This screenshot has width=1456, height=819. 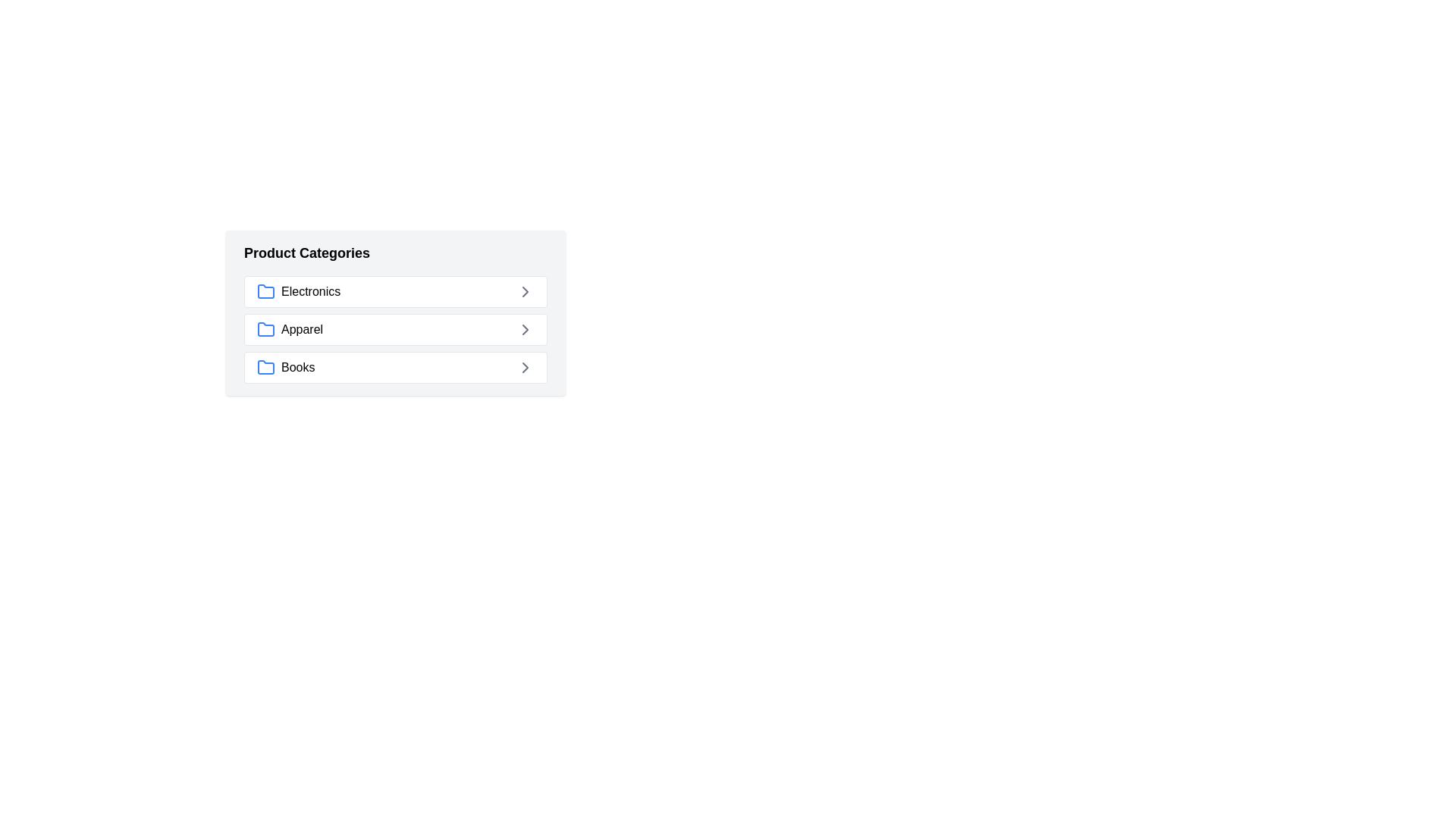 What do you see at coordinates (396, 329) in the screenshot?
I see `the second row of the category list labeled 'Apparel'` at bounding box center [396, 329].